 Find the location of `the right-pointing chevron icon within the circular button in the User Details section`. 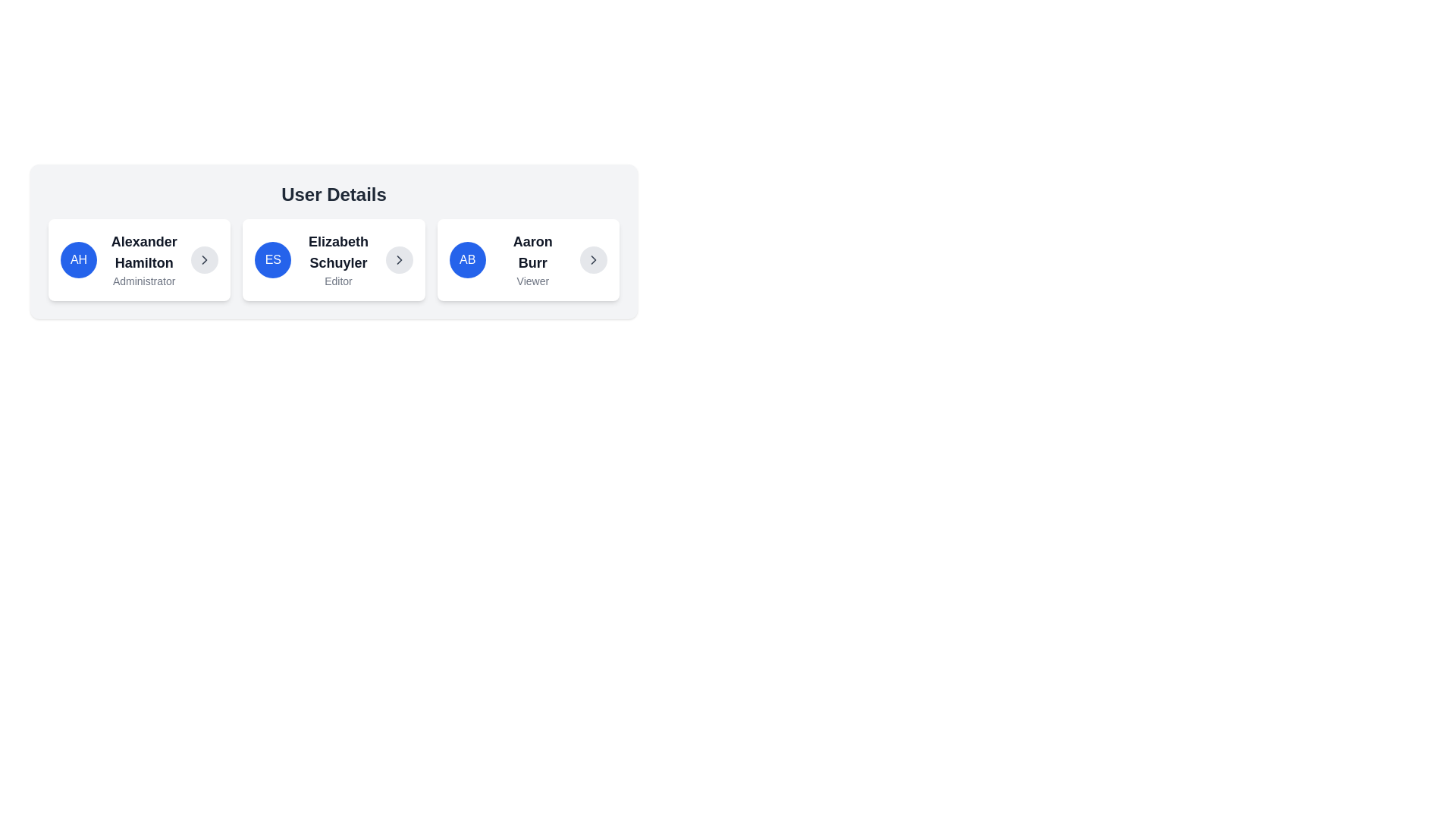

the right-pointing chevron icon within the circular button in the User Details section is located at coordinates (204, 259).